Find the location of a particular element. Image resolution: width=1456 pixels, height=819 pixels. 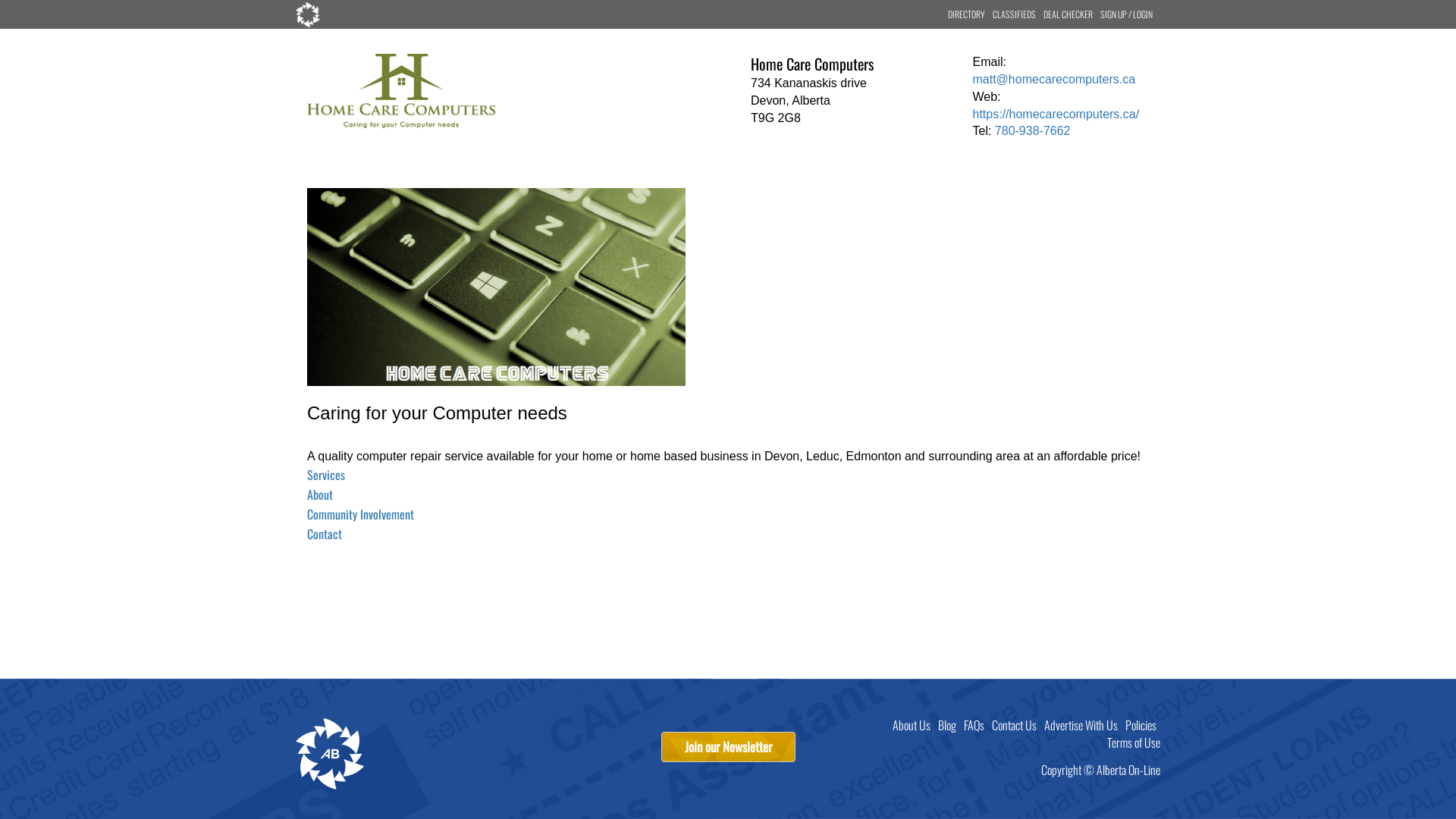

'Services' is located at coordinates (306, 475).